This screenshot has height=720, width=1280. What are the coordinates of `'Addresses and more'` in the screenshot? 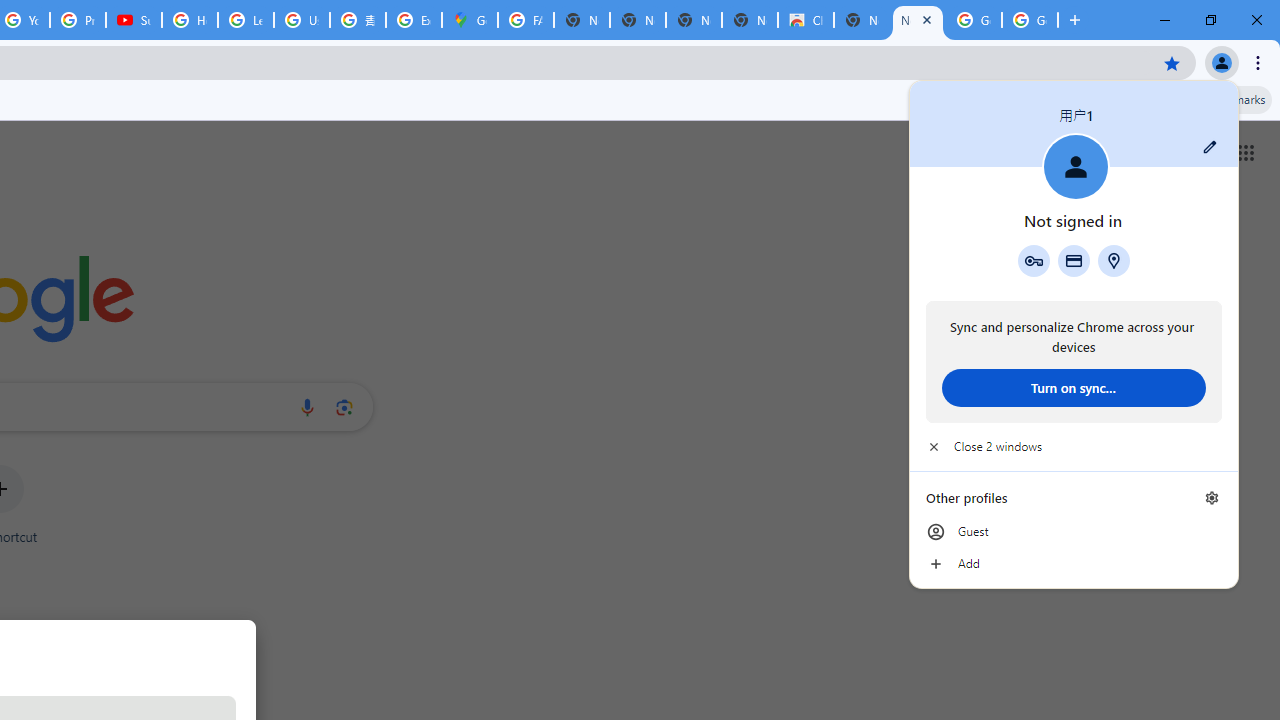 It's located at (1113, 260).